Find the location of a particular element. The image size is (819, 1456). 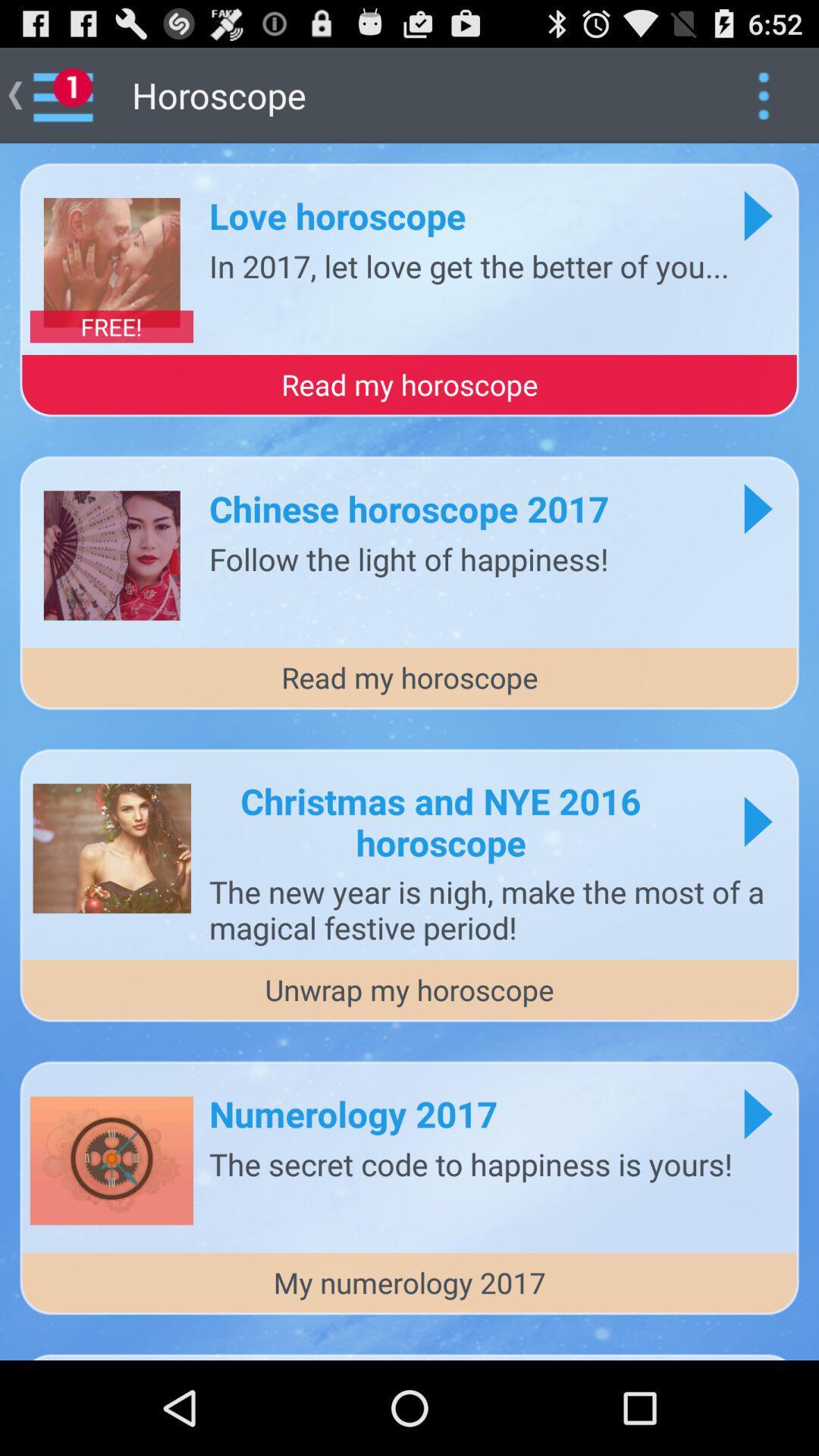

icon below the read my horoscope item is located at coordinates (441, 821).